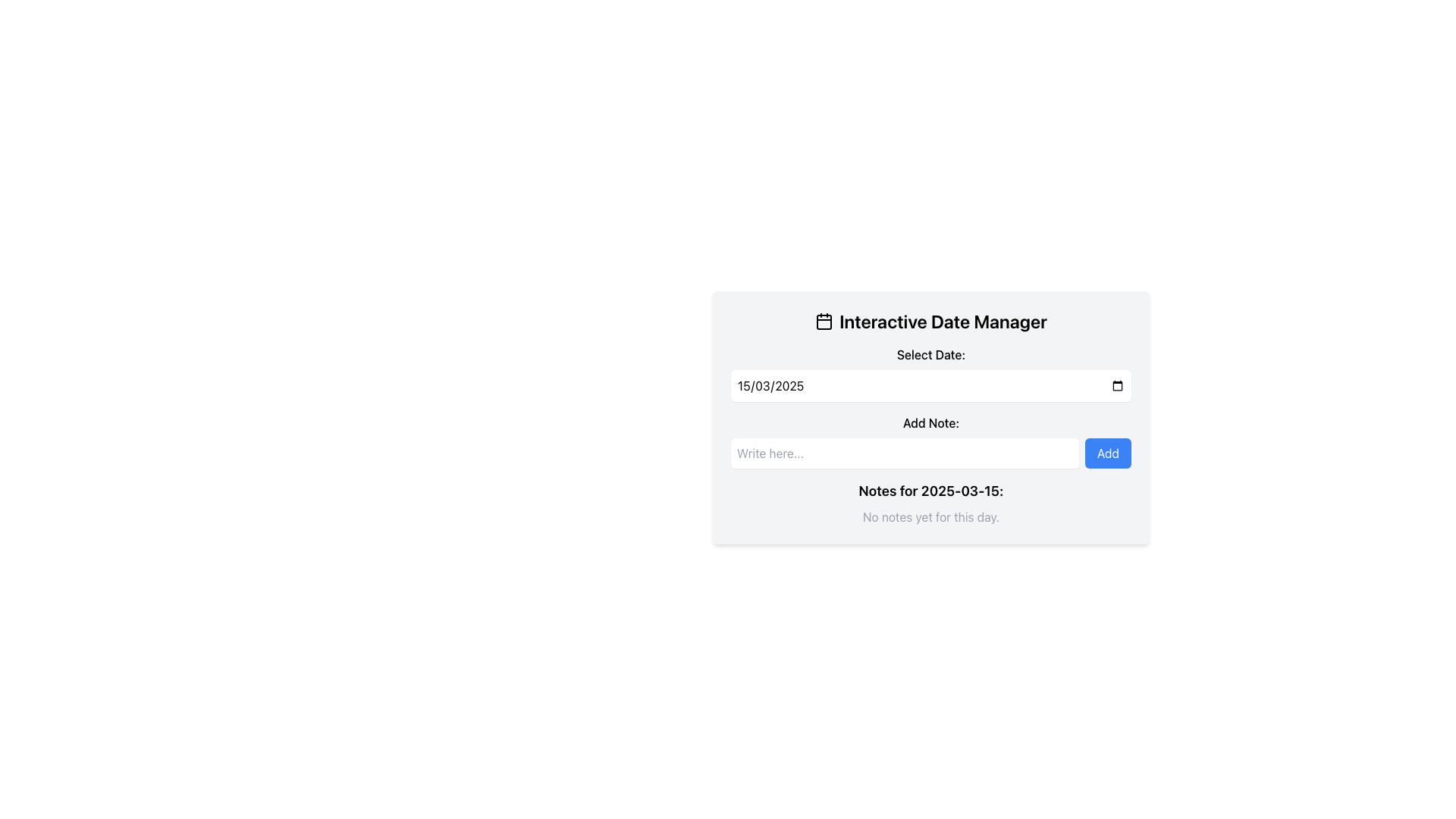 The image size is (1456, 819). I want to click on the text element labeled 'Notes for 2025-03-15:' which is styled in bold and positioned below the 'Add Note' button in the 'Interactive Date Manager' section, so click(930, 491).